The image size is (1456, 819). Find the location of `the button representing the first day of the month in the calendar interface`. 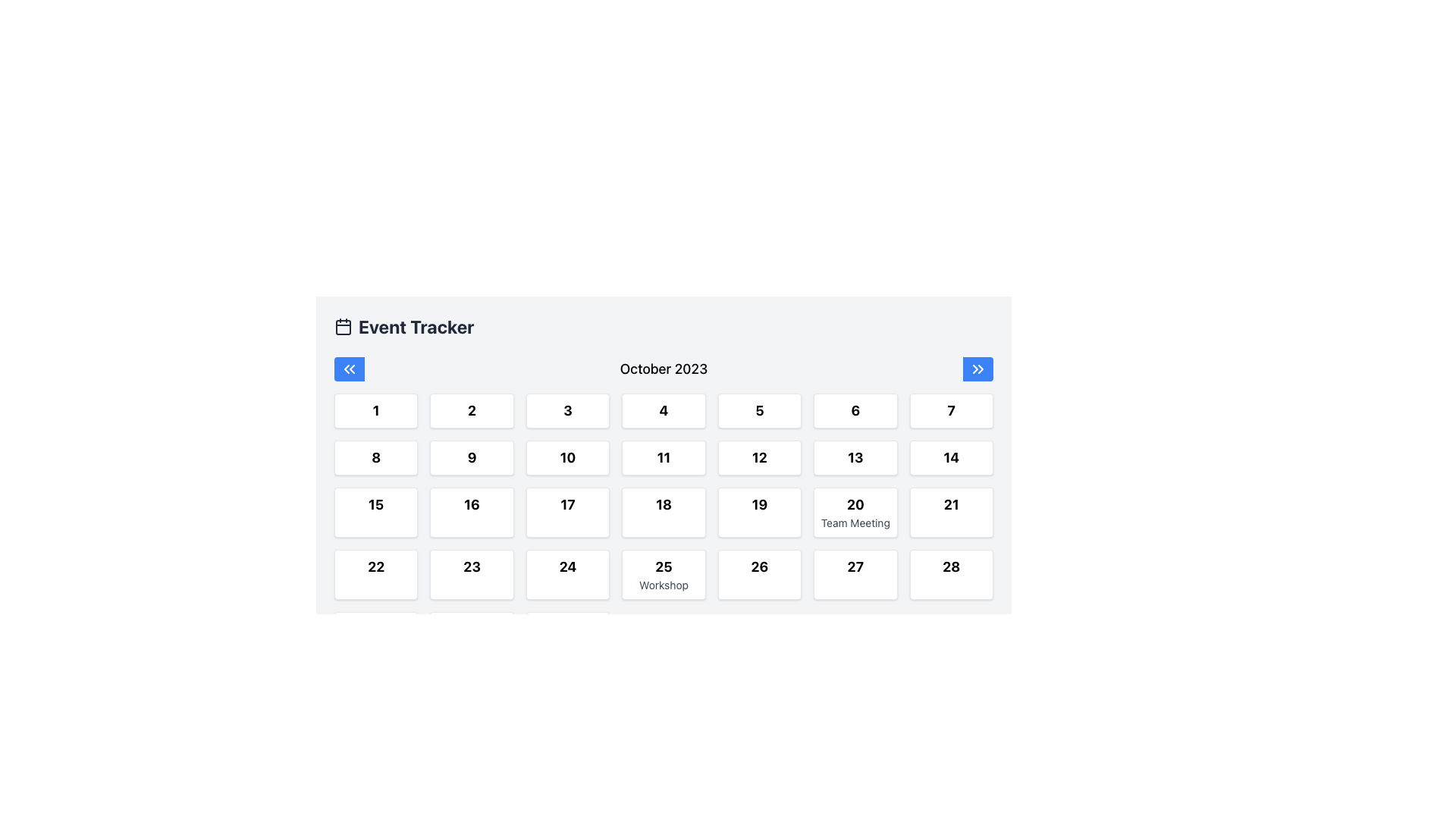

the button representing the first day of the month in the calendar interface is located at coordinates (376, 411).